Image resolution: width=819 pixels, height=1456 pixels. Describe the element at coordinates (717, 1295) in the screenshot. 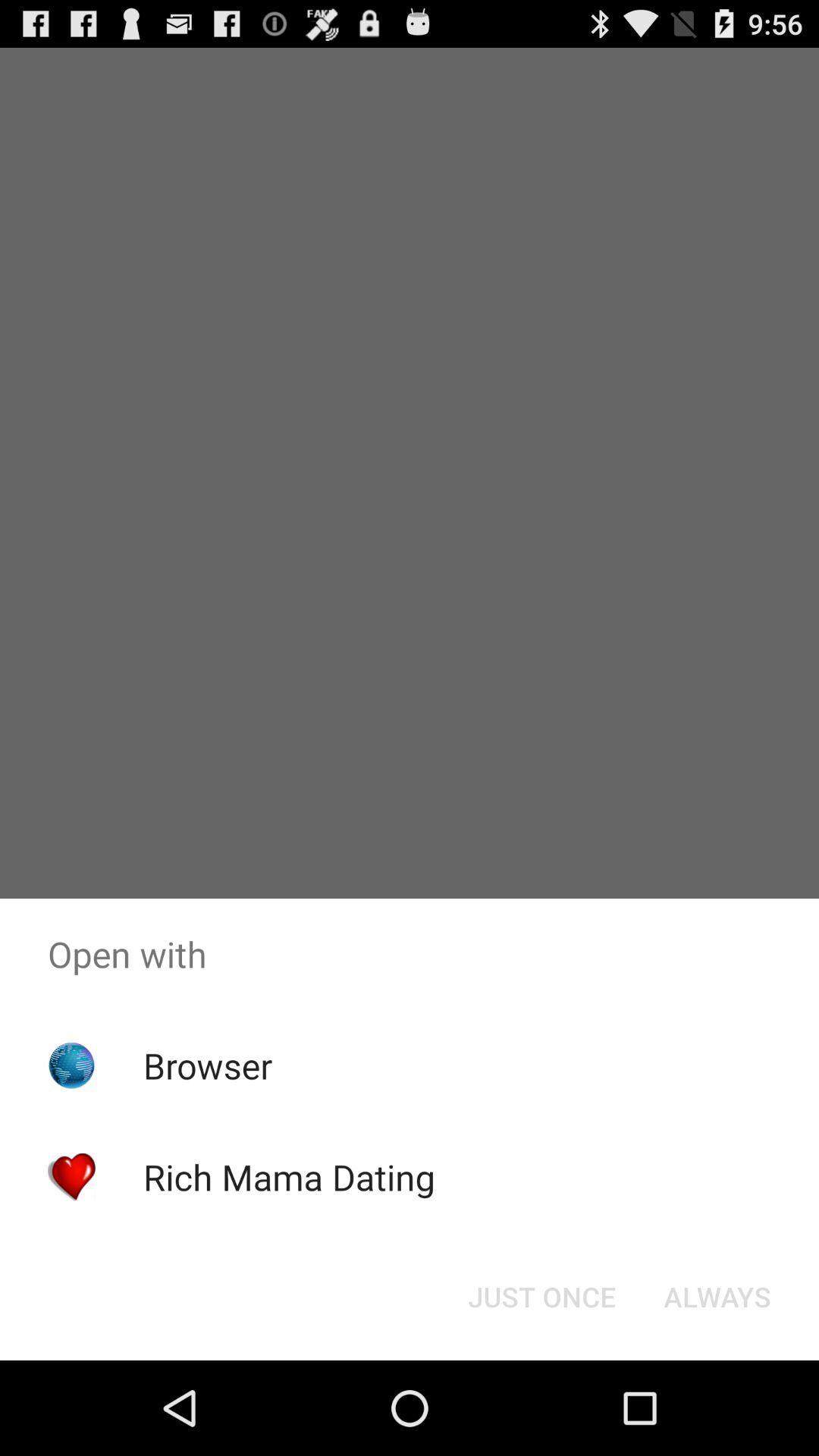

I see `the always button` at that location.